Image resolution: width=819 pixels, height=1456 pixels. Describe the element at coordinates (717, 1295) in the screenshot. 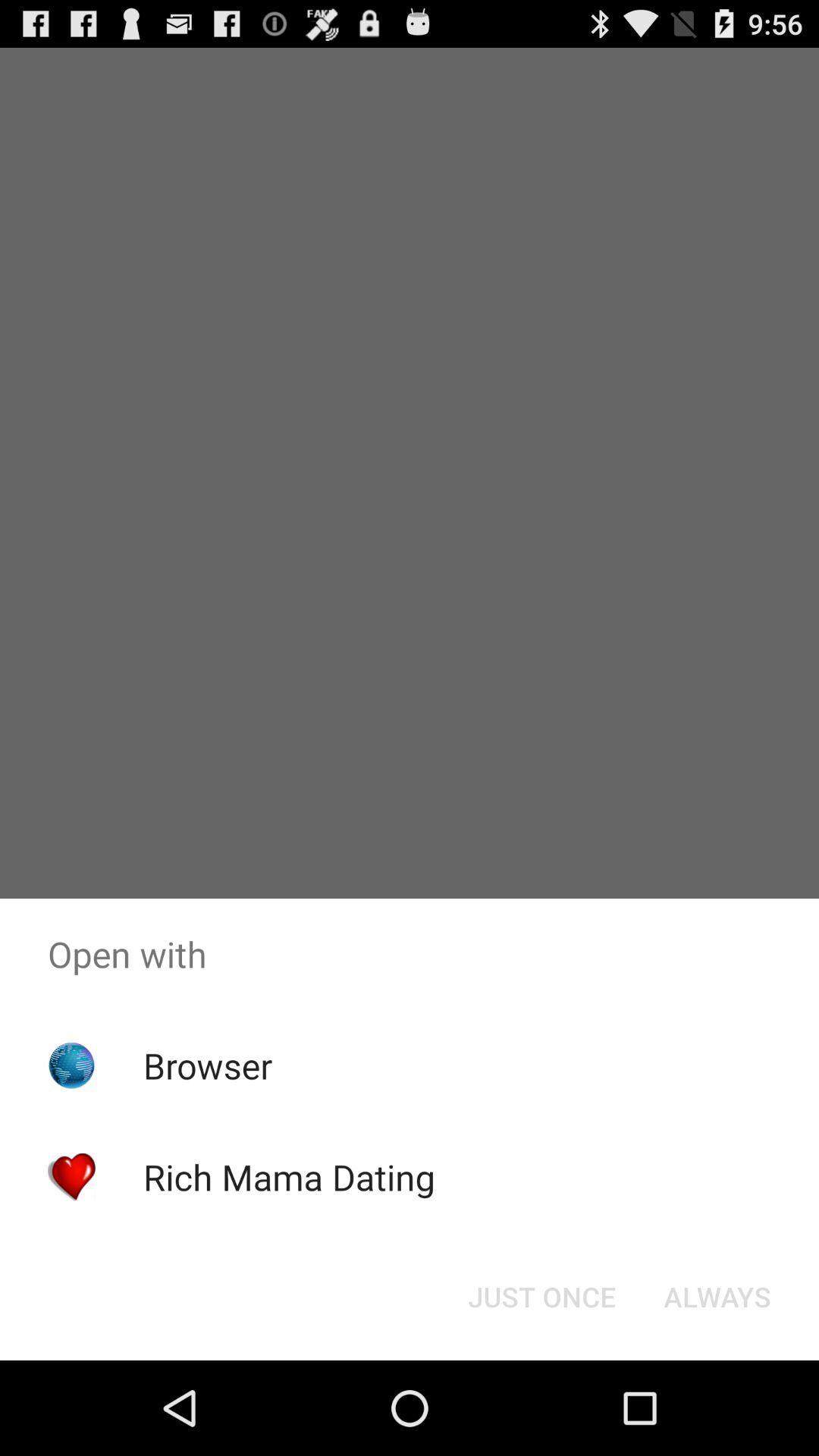

I see `the always button` at that location.